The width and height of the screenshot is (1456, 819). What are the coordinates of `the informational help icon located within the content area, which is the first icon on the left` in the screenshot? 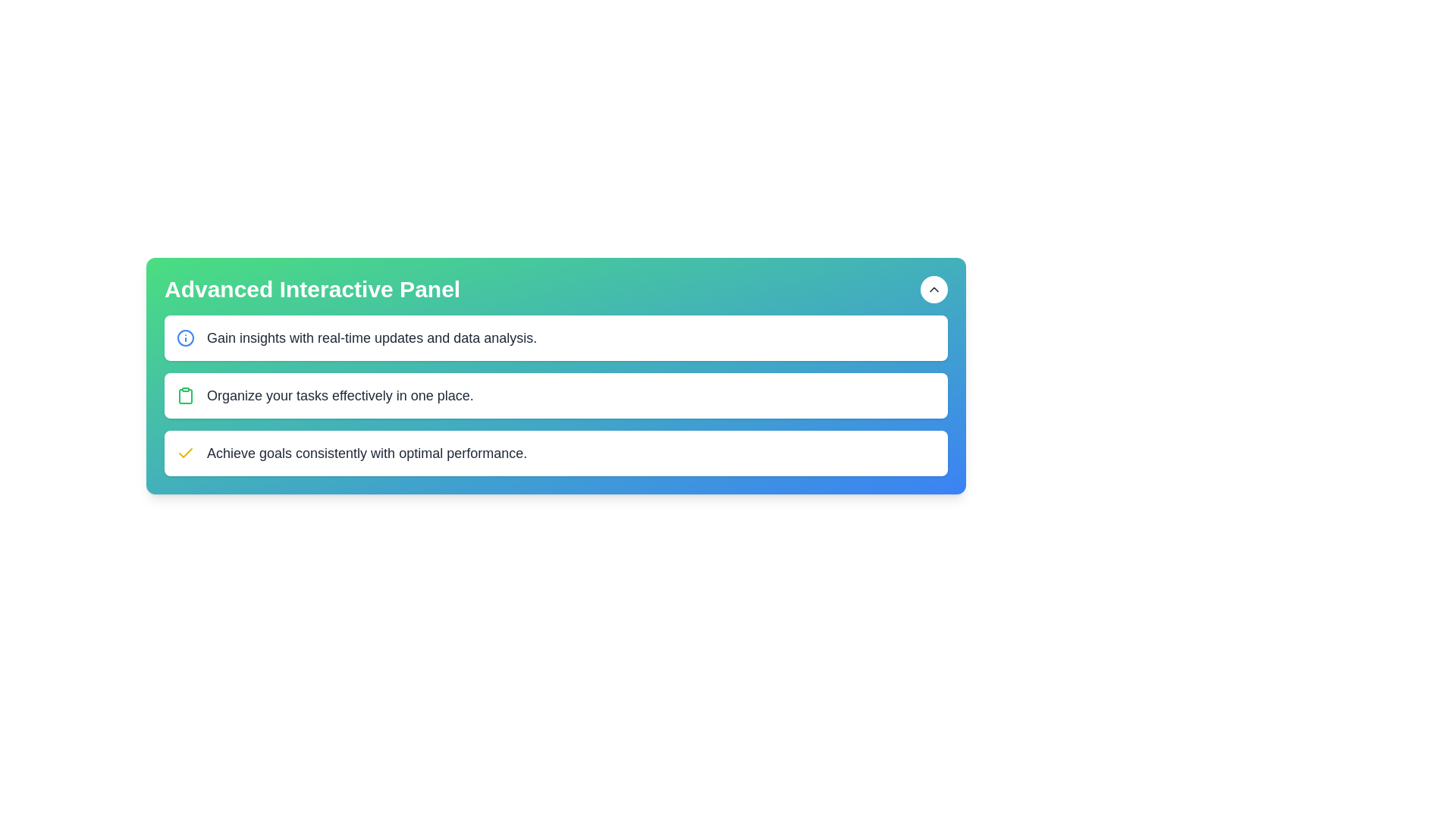 It's located at (184, 337).